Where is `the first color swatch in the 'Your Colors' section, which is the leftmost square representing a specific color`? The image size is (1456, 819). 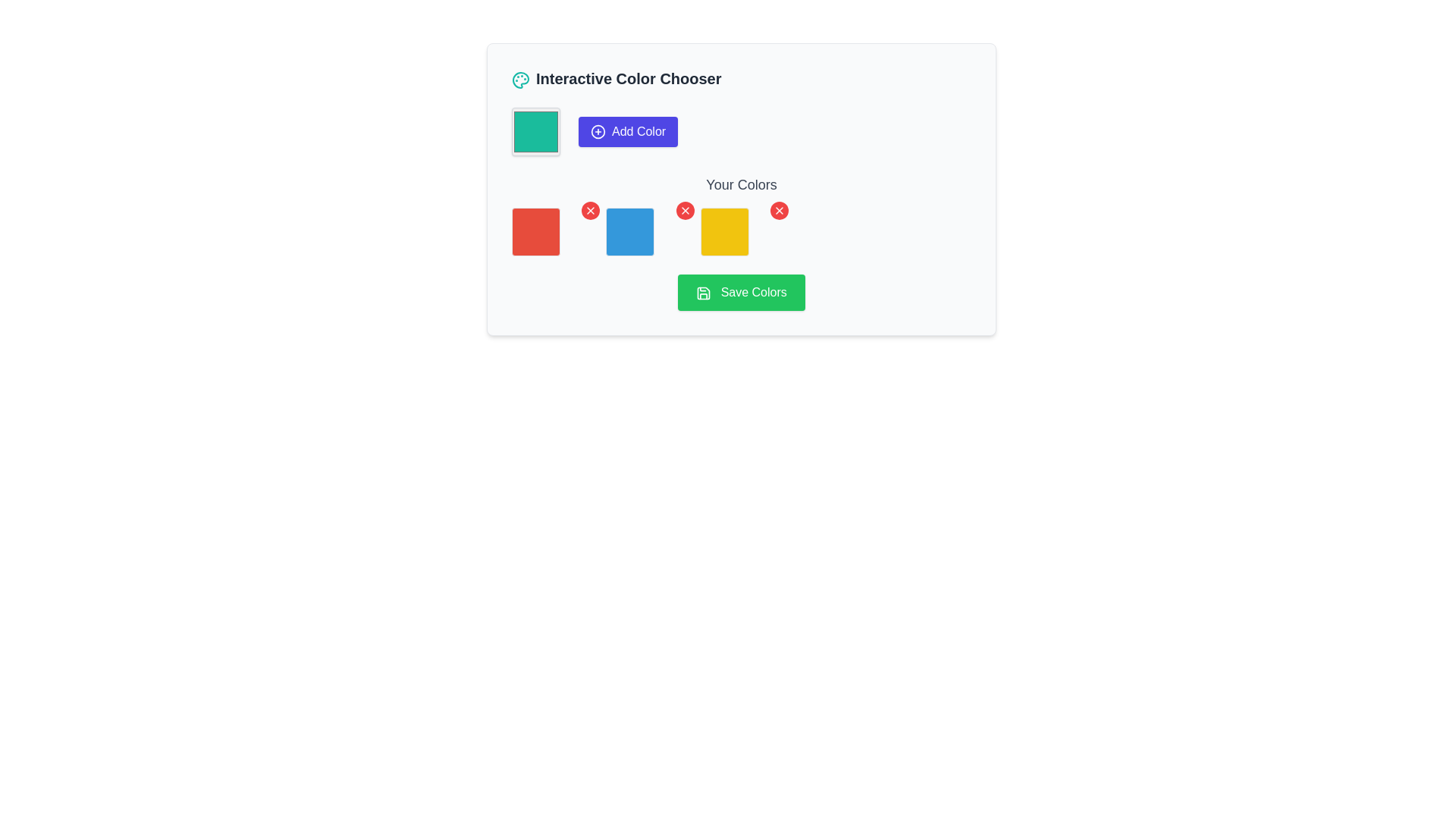
the first color swatch in the 'Your Colors' section, which is the leftmost square representing a specific color is located at coordinates (535, 231).